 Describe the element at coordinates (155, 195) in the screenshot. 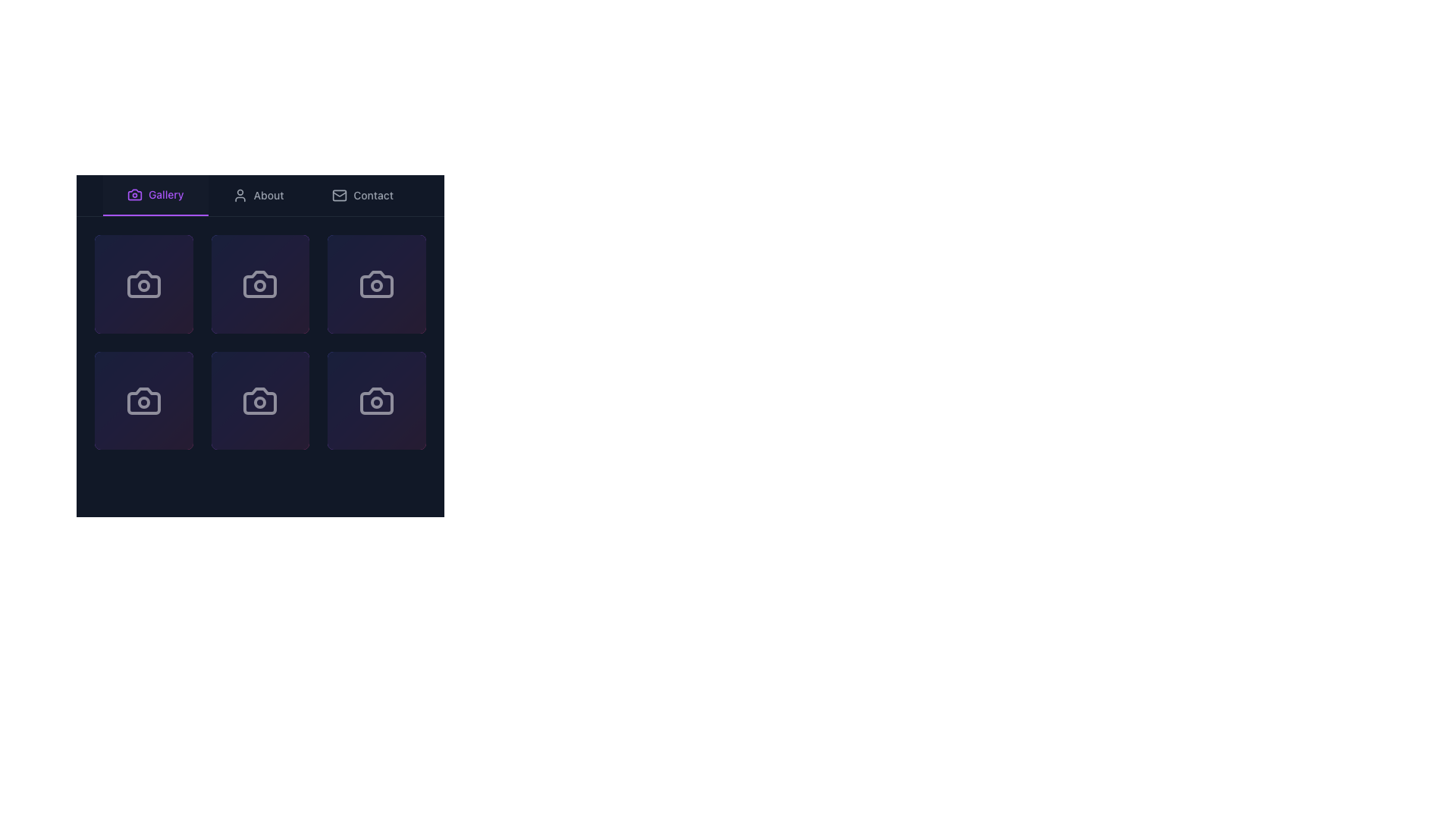

I see `the 'Gallery' button, which is the leftmost button in the navigation bar, styled with purple text and a camera icon` at that location.